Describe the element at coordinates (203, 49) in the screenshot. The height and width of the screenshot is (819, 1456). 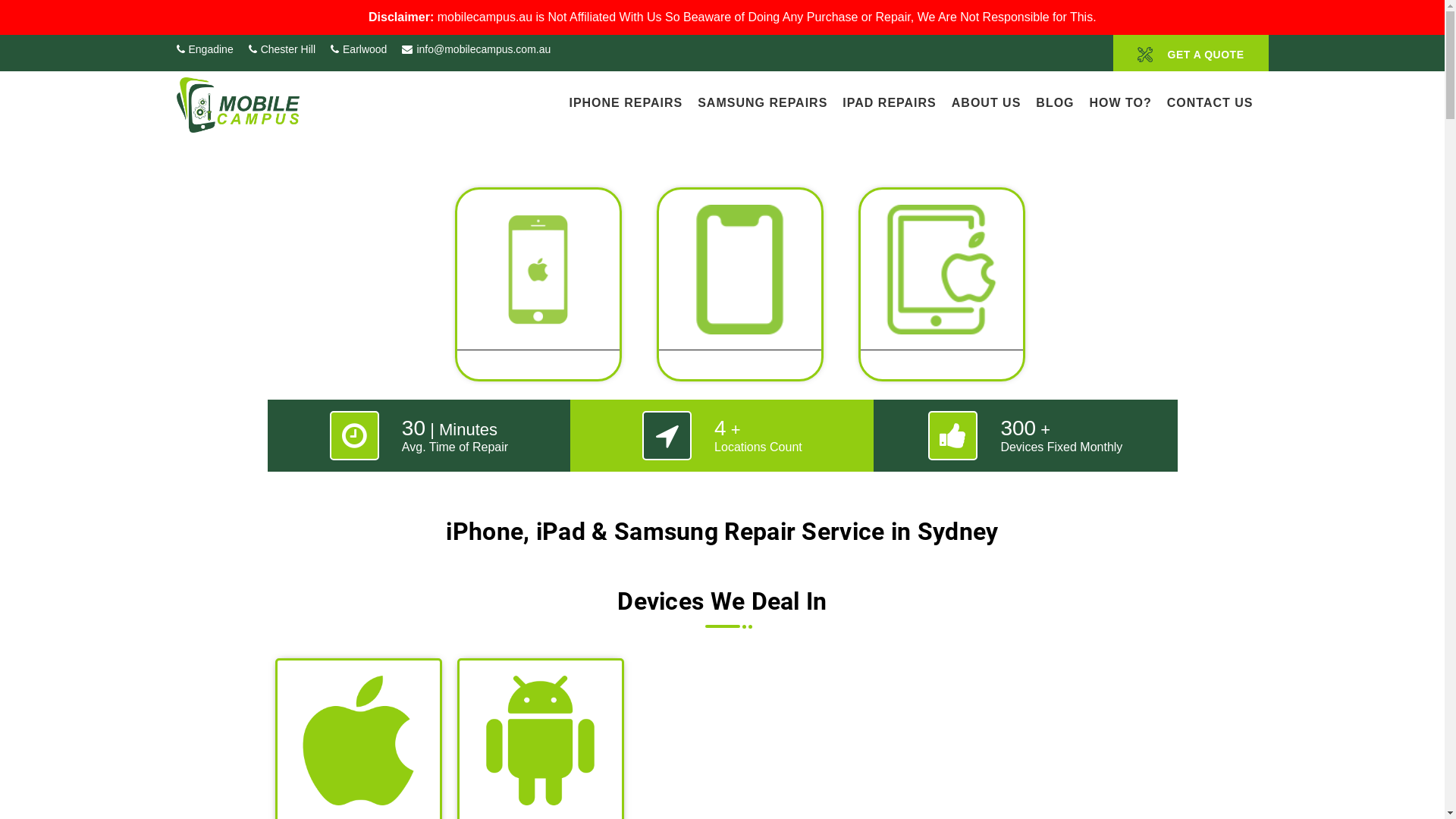
I see `'Engadine'` at that location.